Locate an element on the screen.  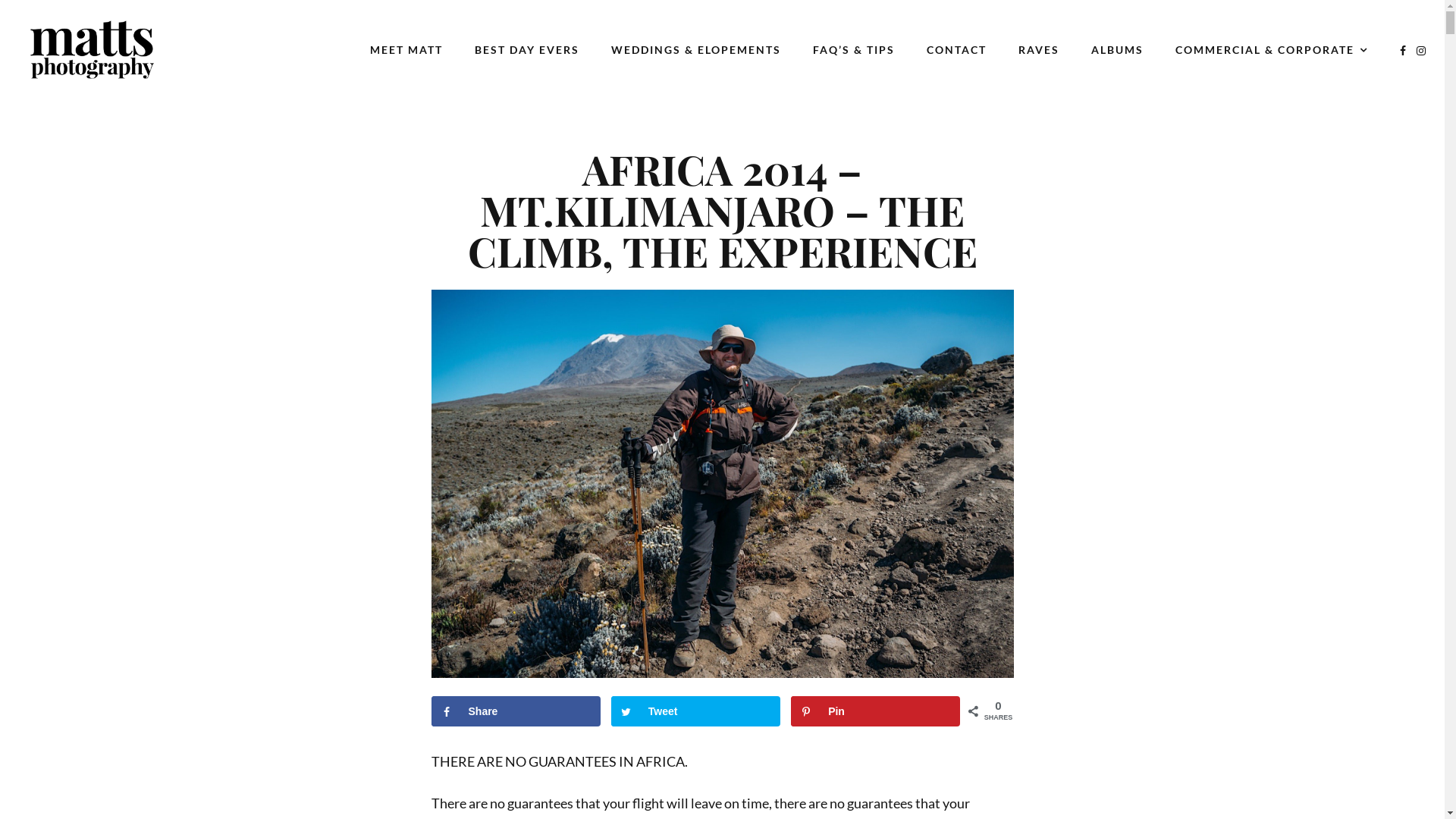
'RAVES' is located at coordinates (1037, 49).